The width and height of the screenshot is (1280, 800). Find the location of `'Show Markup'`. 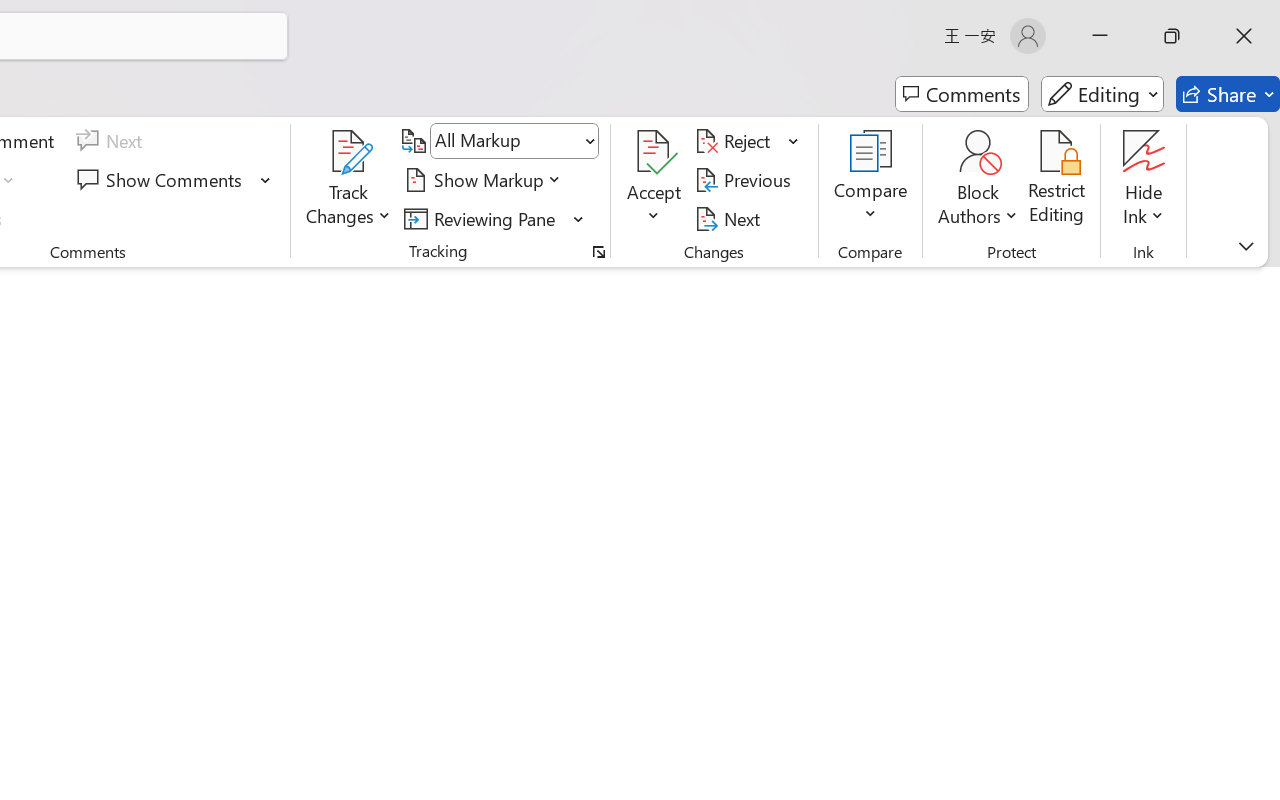

'Show Markup' is located at coordinates (485, 179).